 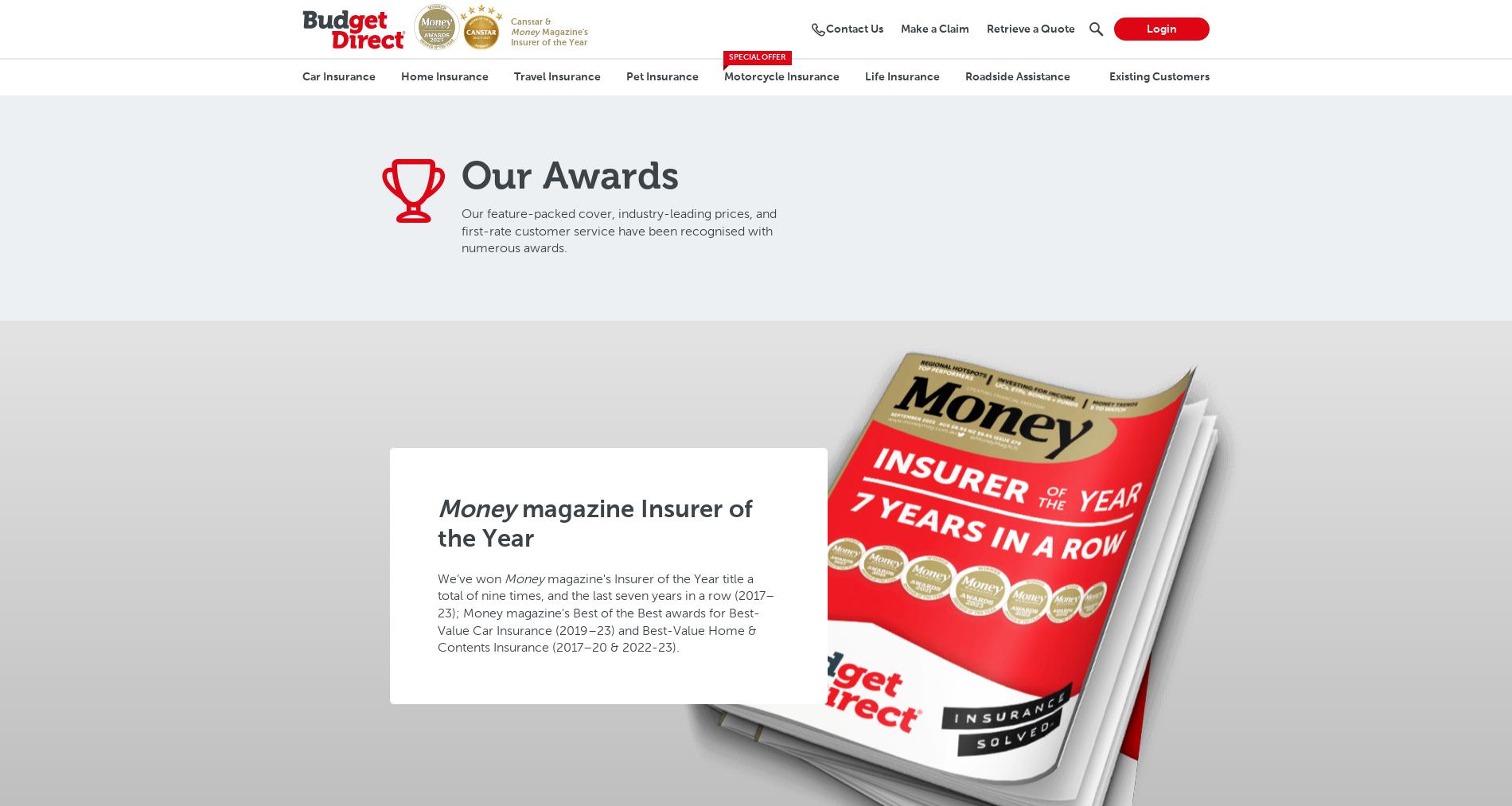 I want to click on 'Our feature-packed cover, industry-leading prices, and first-rate customer service have been recognised with numerous awards.', so click(x=618, y=230).